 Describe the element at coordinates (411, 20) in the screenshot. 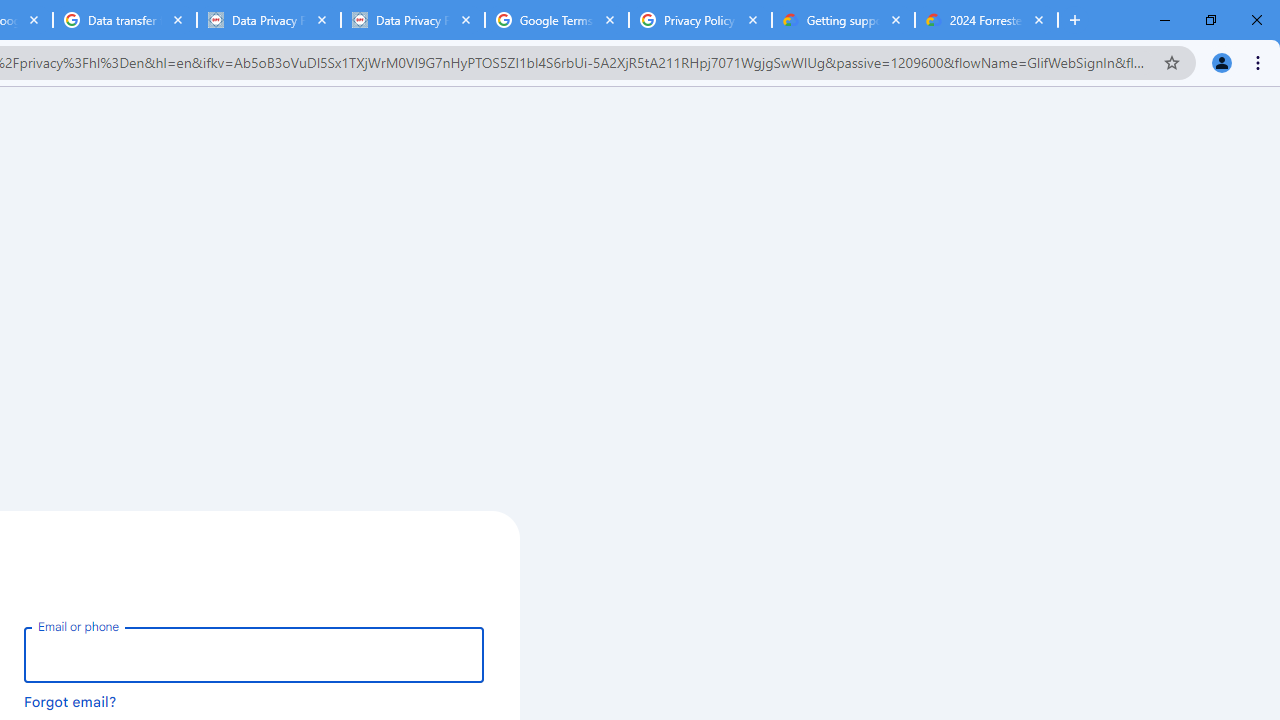

I see `'Data Privacy Framework'` at that location.